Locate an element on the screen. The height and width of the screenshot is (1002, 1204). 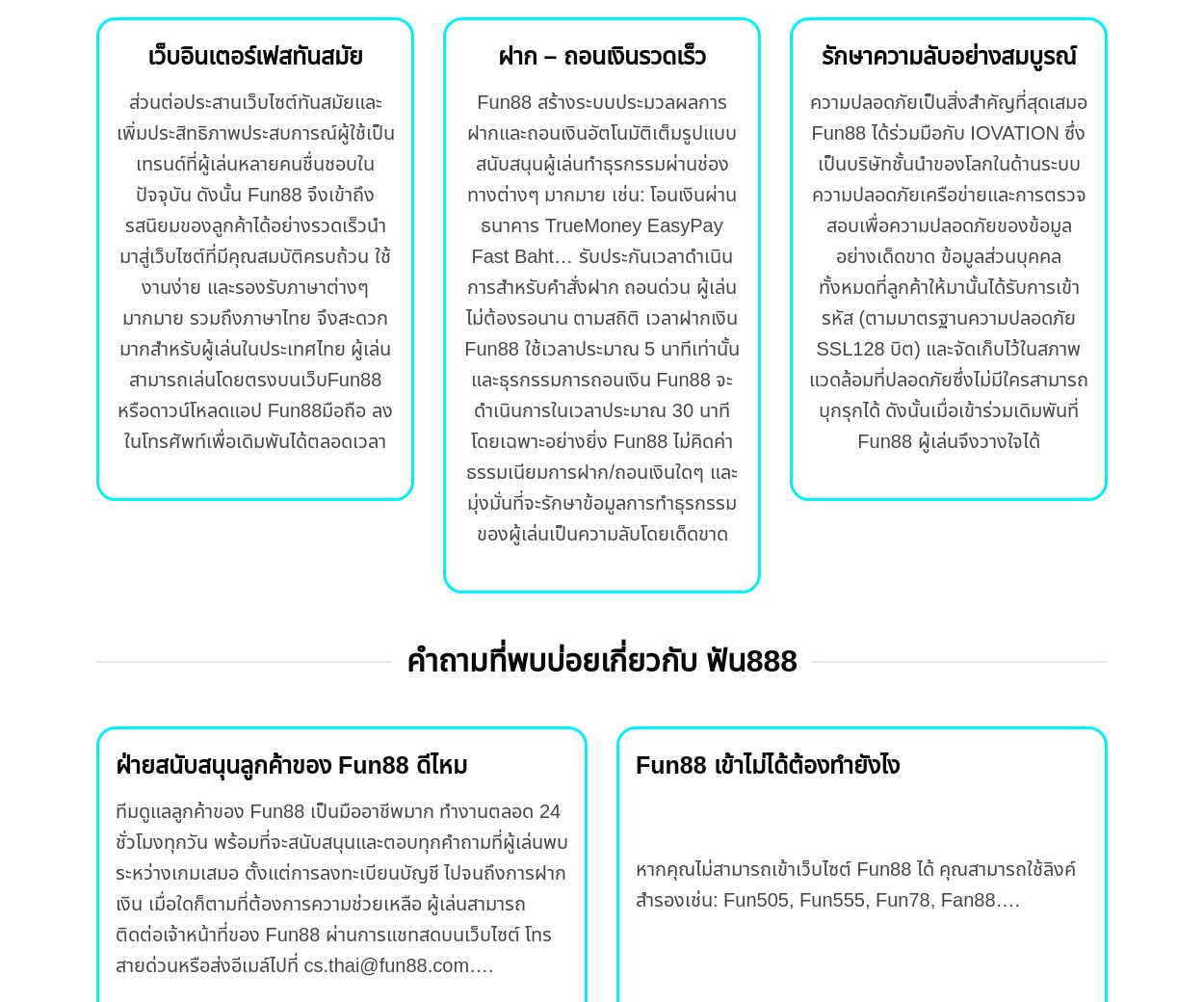
'จะดำเนินการในเวลาประมาณ 30 นาที โดยเฉพาะอย่างยิ่ง Fun88 ไม่คิดค่าธรรมเนียมการฝาก/ถอนเงินใดๆ และมุ่งมั่นที่จะรักษาข้อมูลการทำธุรกรรมของผู้เล่นเป็นความลับโดยเด็ดขาด' is located at coordinates (600, 457).